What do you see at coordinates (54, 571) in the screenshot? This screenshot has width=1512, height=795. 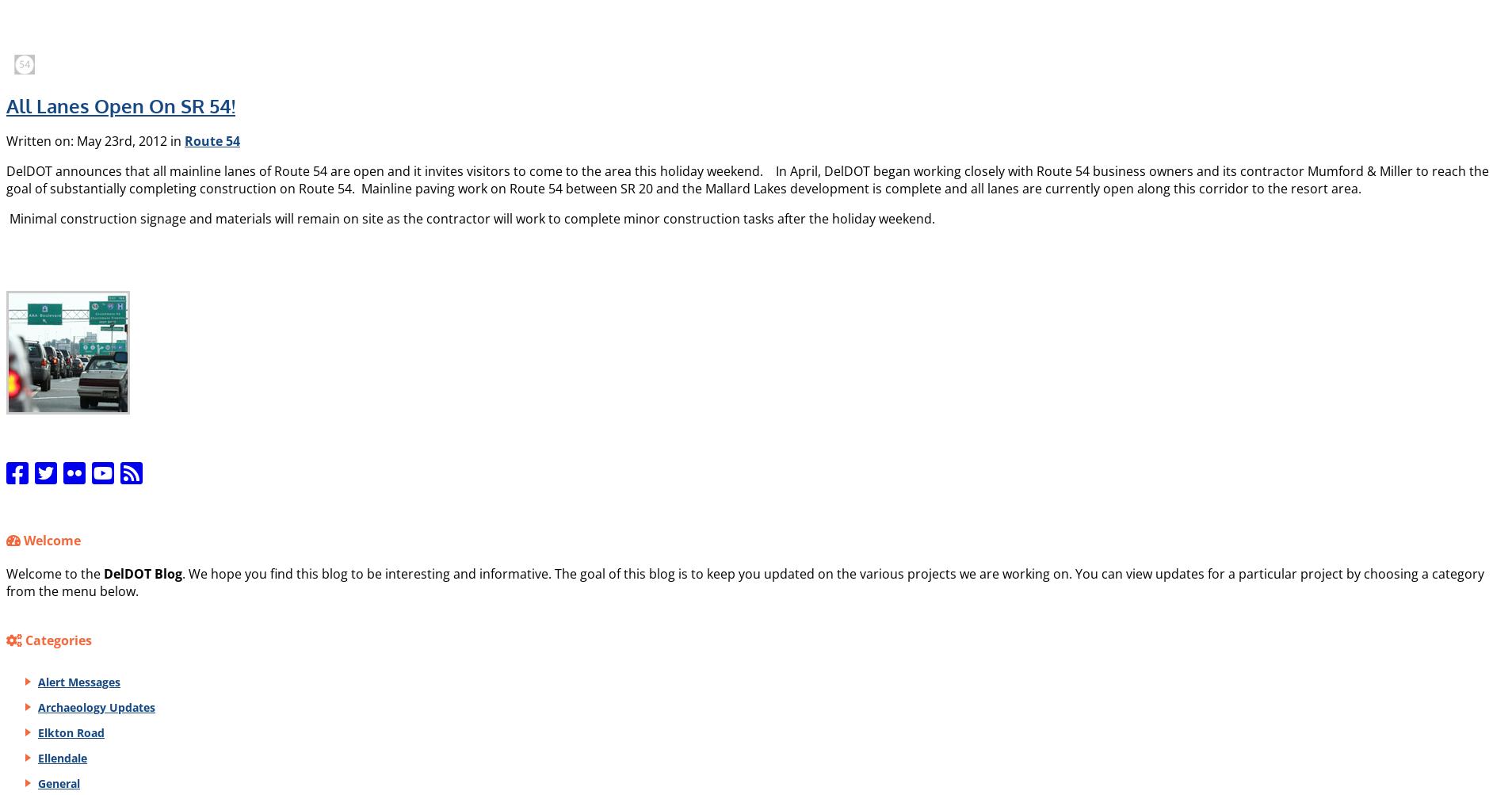 I see `'Welcome to the'` at bounding box center [54, 571].